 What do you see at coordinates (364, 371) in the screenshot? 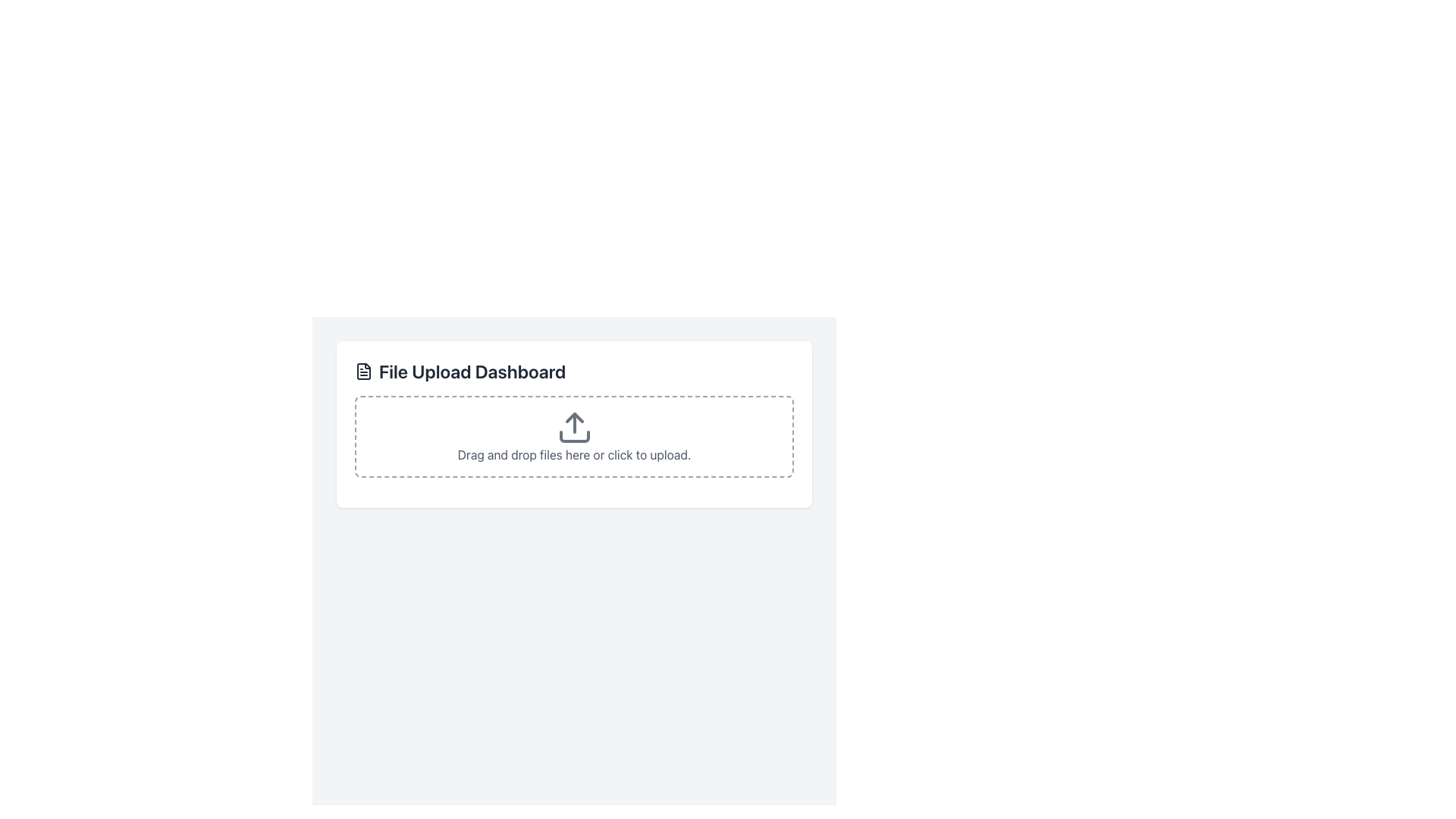
I see `the decorative icon representing a file or document, located to the left of the 'File Upload Dashboard' text` at bounding box center [364, 371].